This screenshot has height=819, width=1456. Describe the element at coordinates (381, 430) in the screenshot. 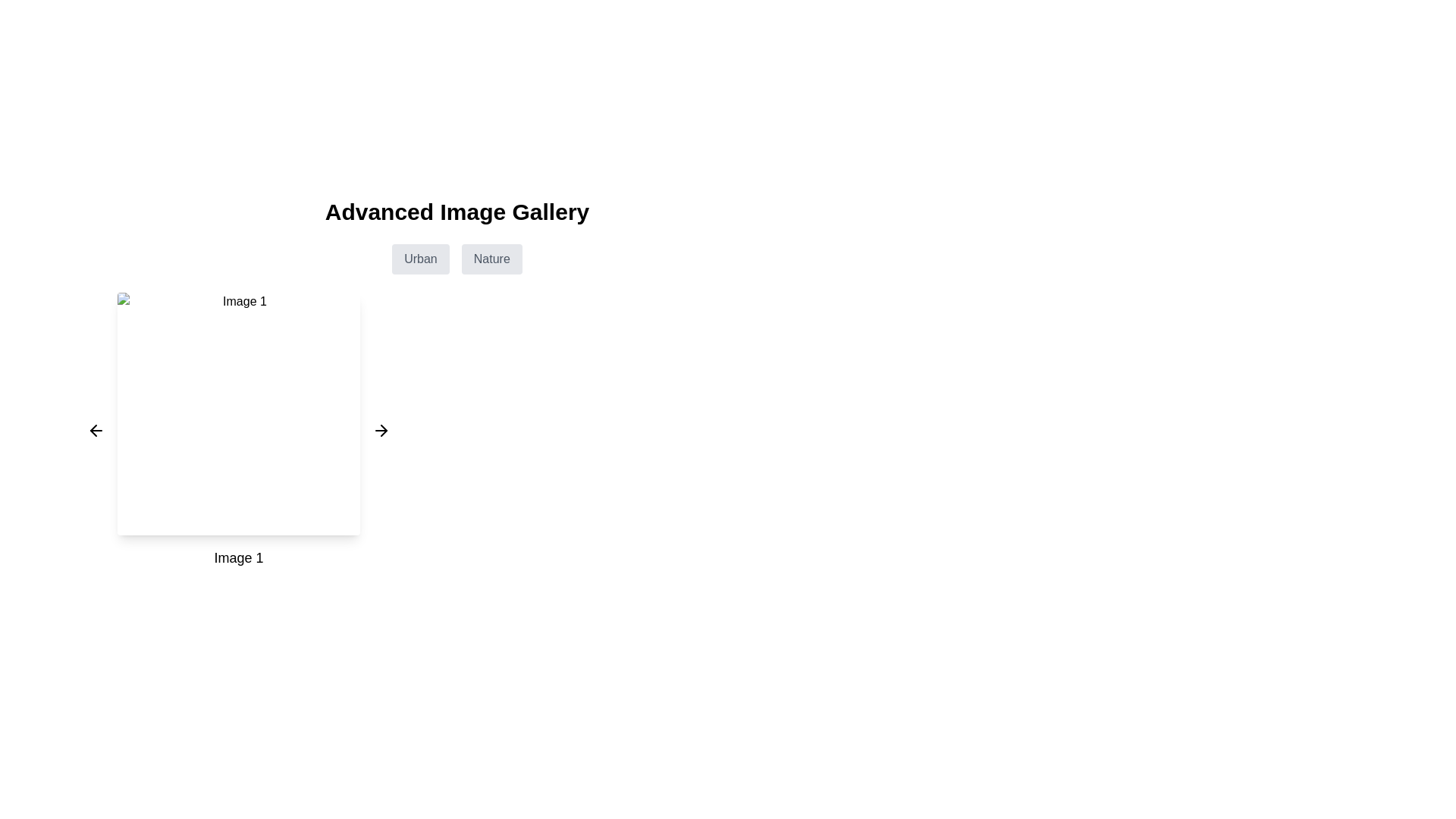

I see `the right-facing arrow icon button located to the right of 'Image 1'` at that location.